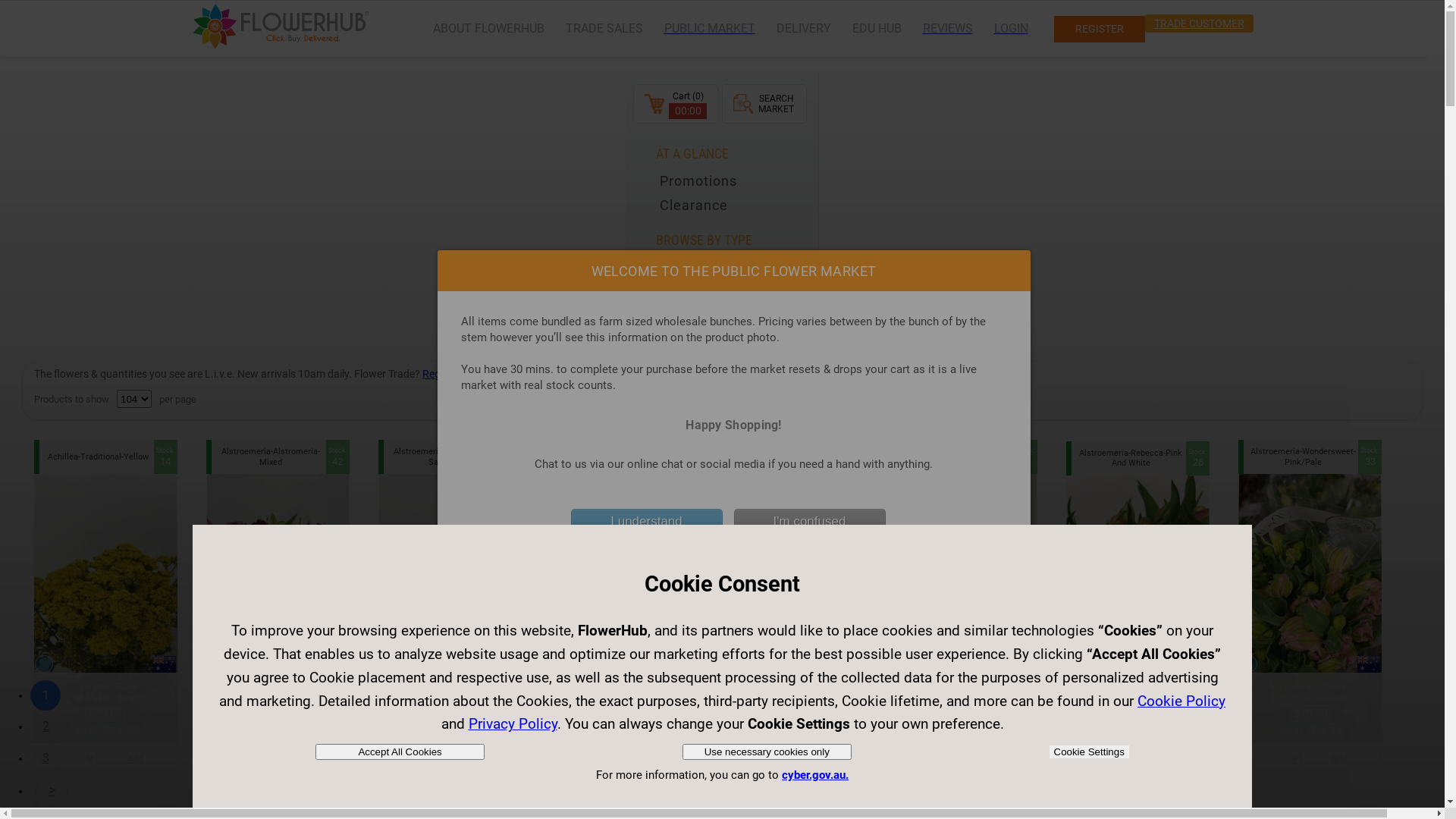 The height and width of the screenshot is (819, 1456). Describe the element at coordinates (645, 520) in the screenshot. I see `'I understand'` at that location.